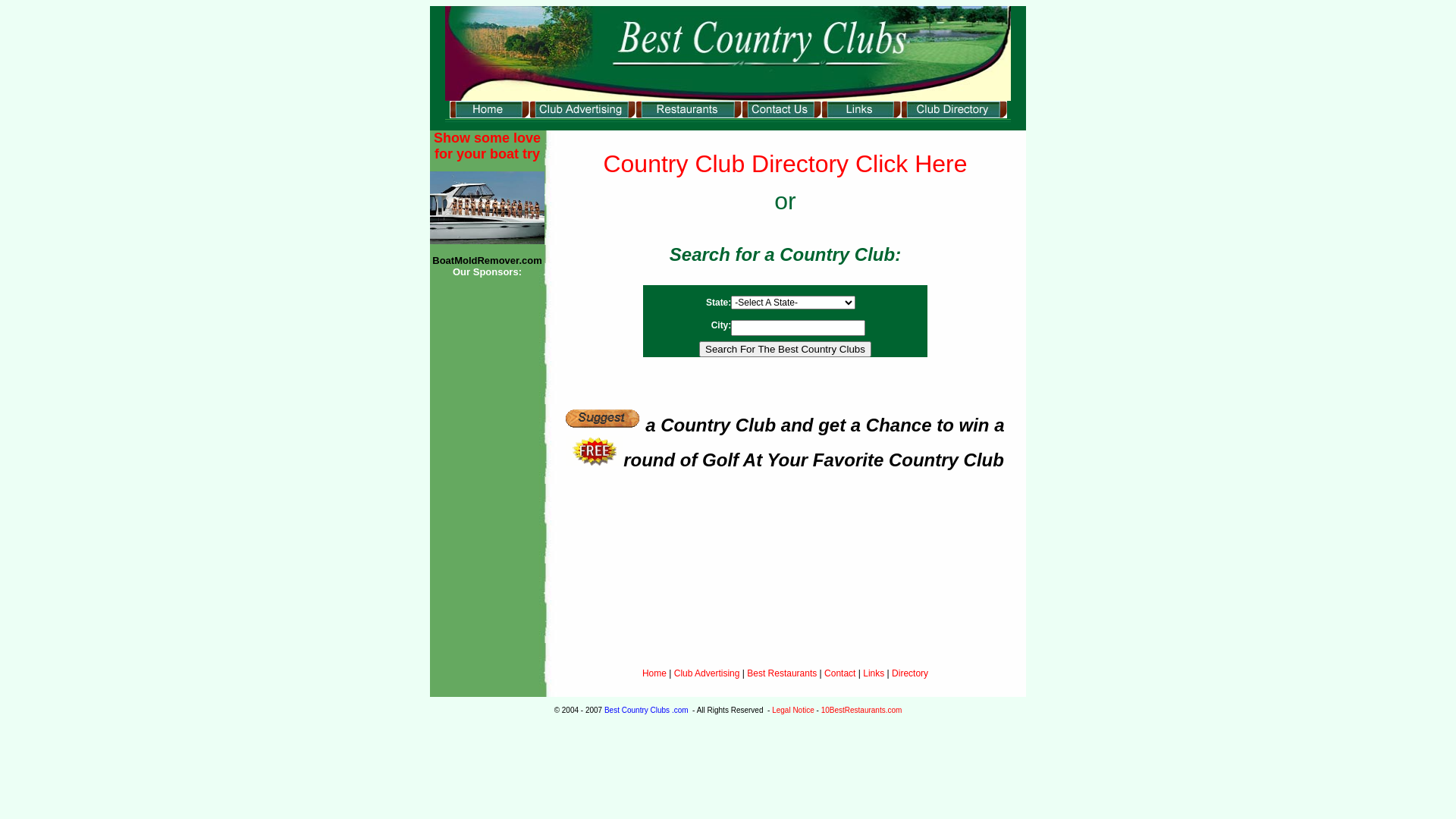  Describe the element at coordinates (487, 146) in the screenshot. I see `'Show some love for your boat try'` at that location.